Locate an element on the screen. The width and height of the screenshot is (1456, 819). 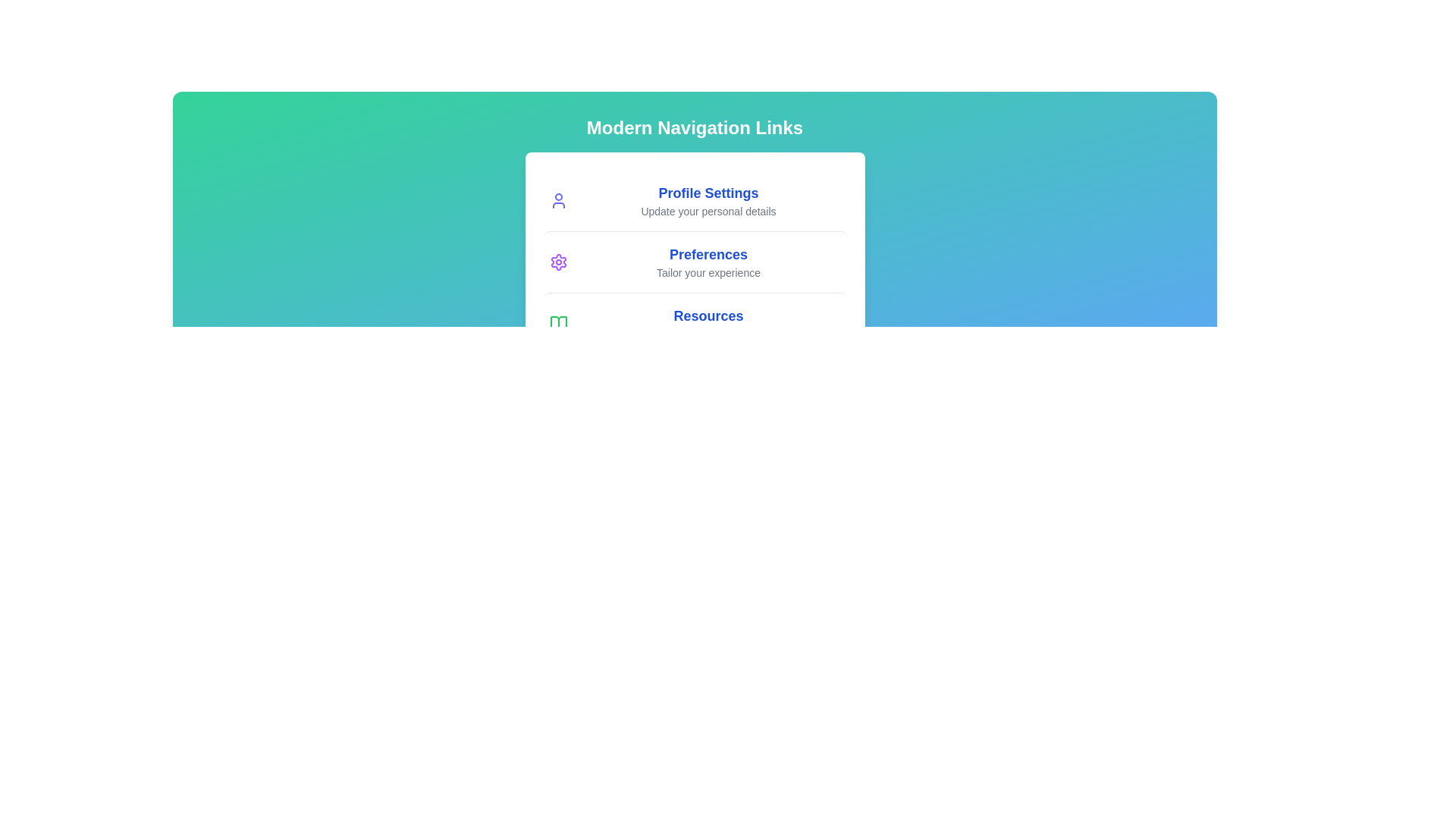
the settings icon located adjacent to the 'Preferences' label and above the 'Resources' label in the vertical navigation section is located at coordinates (557, 262).